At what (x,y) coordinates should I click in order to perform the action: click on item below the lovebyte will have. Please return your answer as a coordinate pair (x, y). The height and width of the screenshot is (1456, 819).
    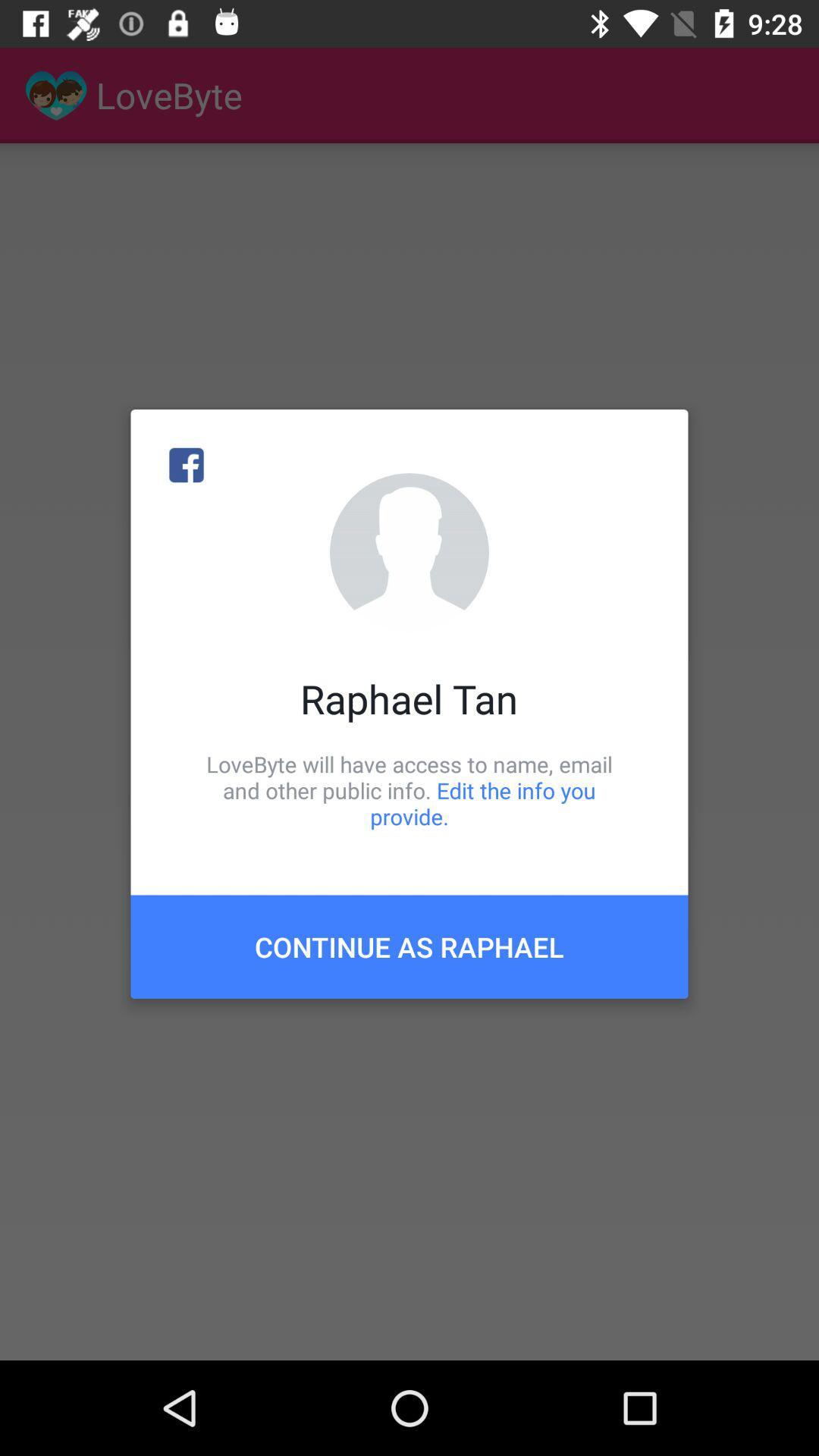
    Looking at the image, I should click on (409, 946).